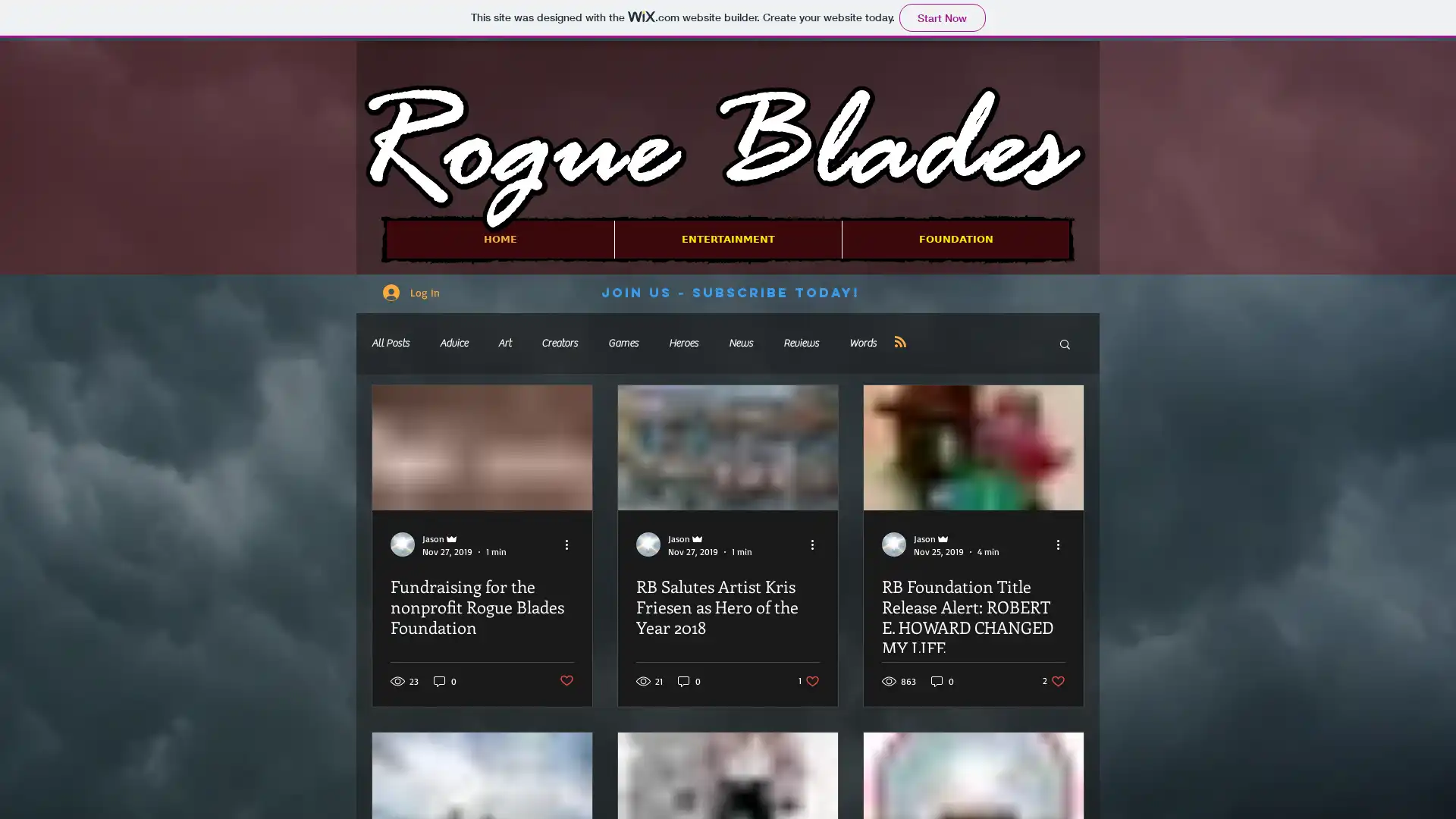 The image size is (1456, 819). I want to click on All Posts, so click(390, 343).